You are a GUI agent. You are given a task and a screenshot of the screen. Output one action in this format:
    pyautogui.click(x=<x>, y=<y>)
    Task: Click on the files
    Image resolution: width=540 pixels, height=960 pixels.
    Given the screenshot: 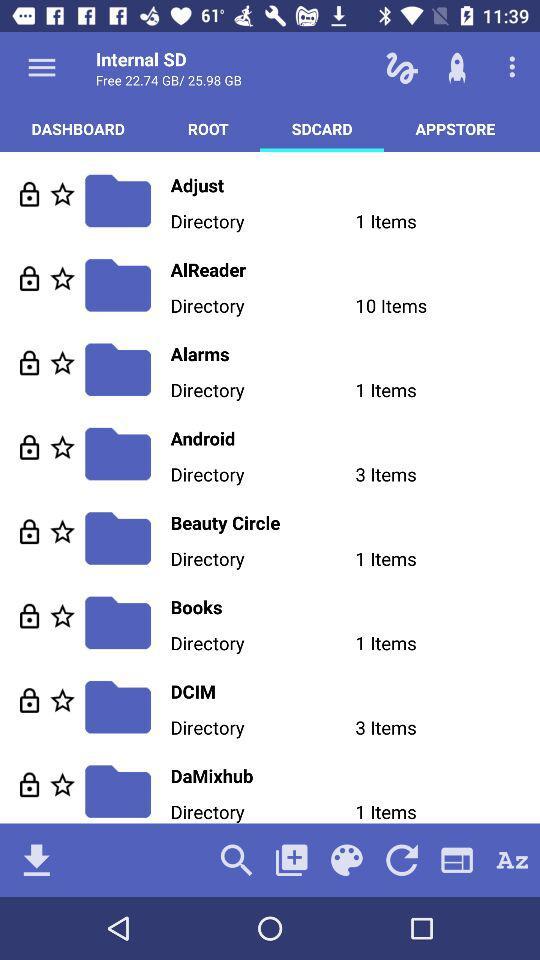 What is the action you would take?
    pyautogui.click(x=62, y=700)
    